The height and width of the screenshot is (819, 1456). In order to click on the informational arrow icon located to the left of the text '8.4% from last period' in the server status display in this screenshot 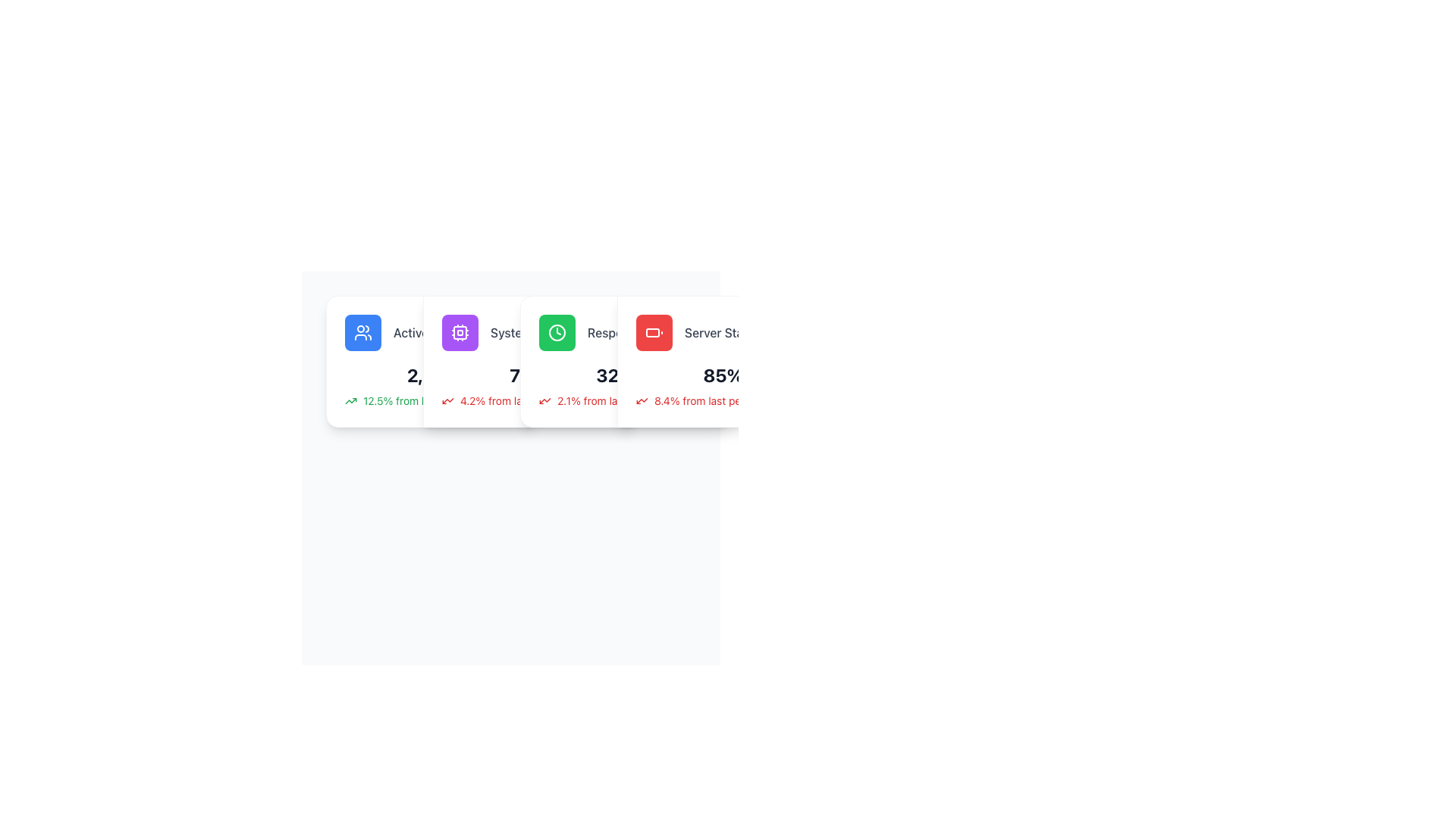, I will do `click(642, 400)`.